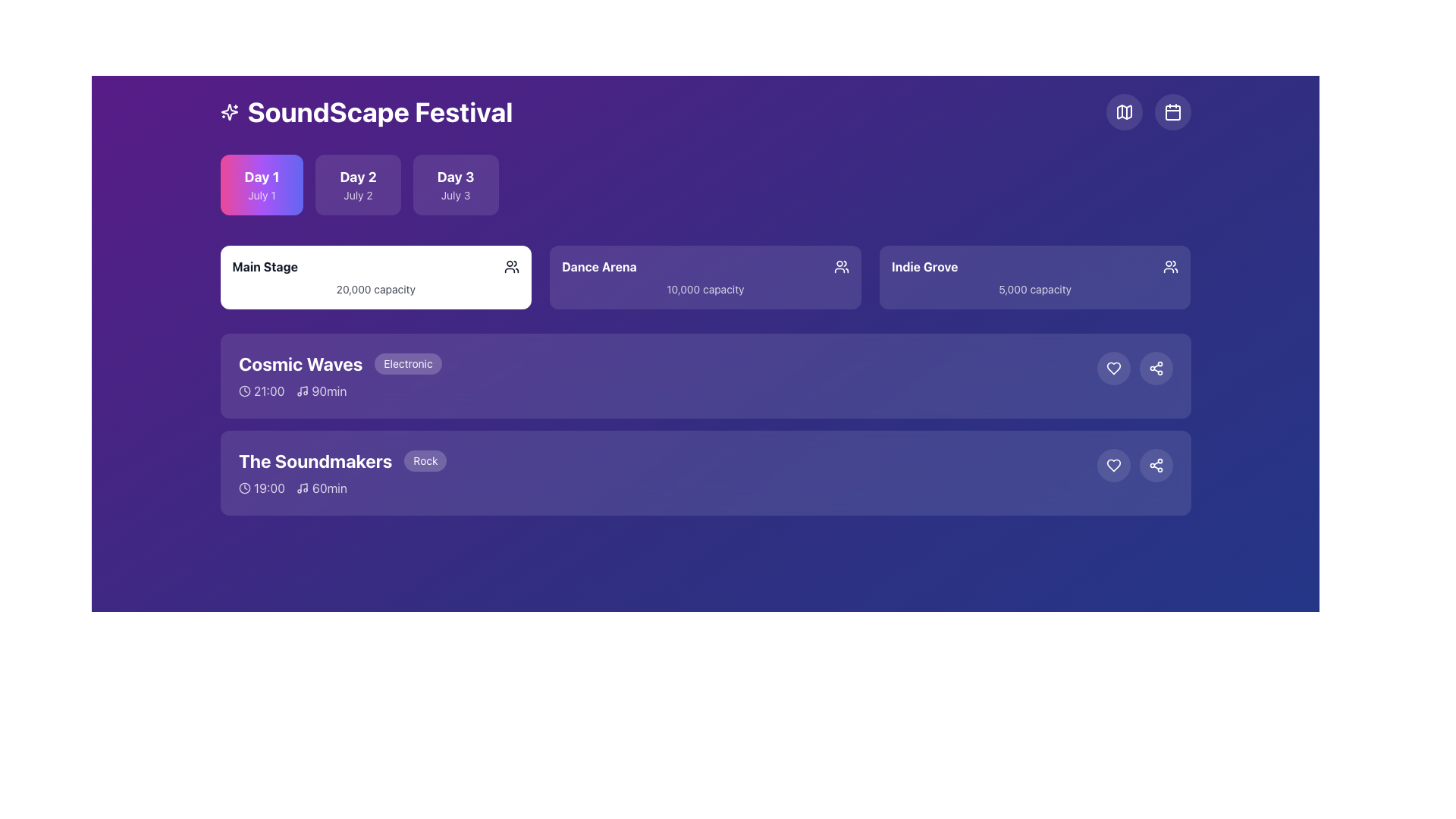  Describe the element at coordinates (425, 460) in the screenshot. I see `the 'Rock' label or tag that indicates the genre of the associated group 'The Soundmakers', which is located to the right of the group name` at that location.